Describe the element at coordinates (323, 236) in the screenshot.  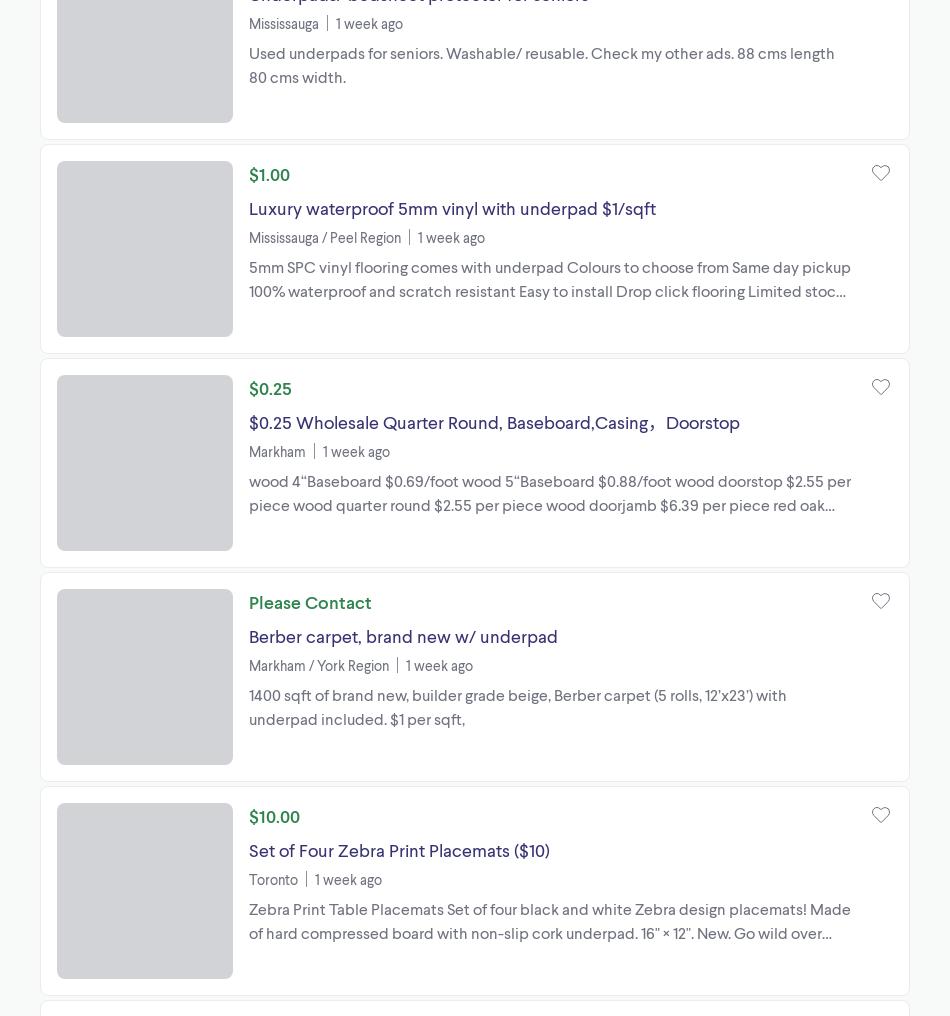
I see `'Mississauga / Peel Region'` at that location.